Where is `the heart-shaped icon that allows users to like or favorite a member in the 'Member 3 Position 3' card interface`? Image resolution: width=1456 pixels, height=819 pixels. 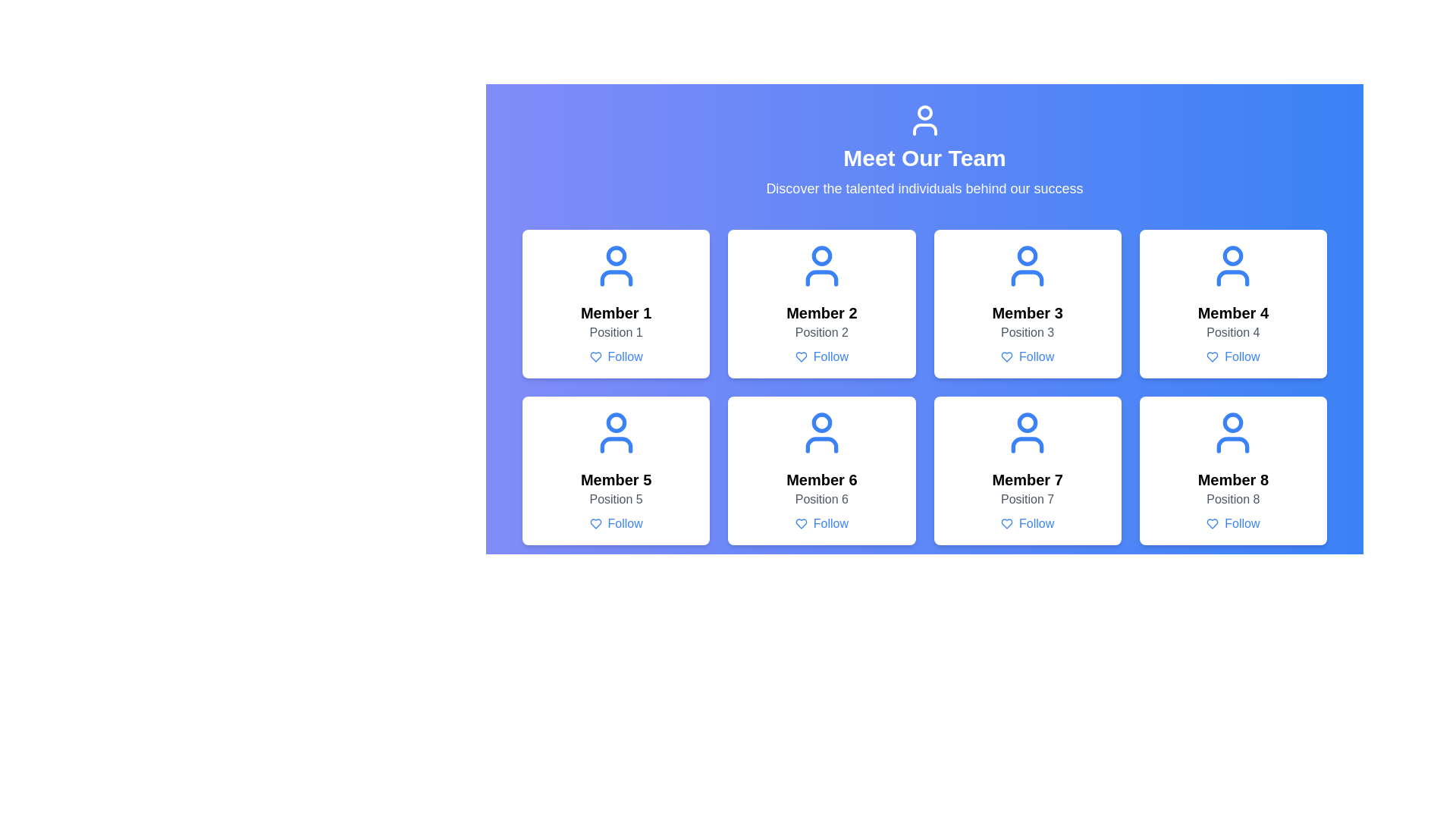 the heart-shaped icon that allows users to like or favorite a member in the 'Member 3 Position 3' card interface is located at coordinates (1007, 356).